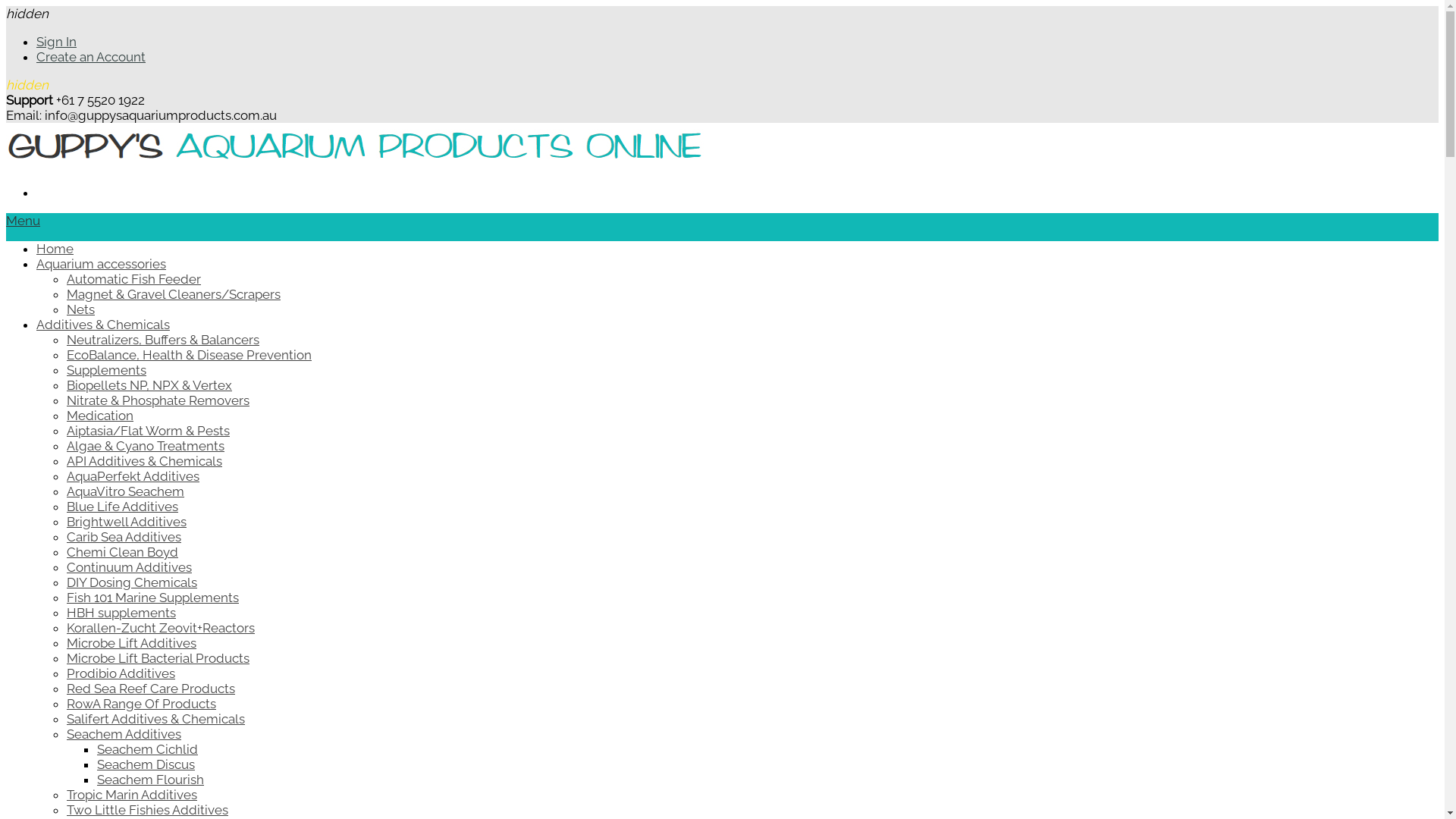 The width and height of the screenshot is (1456, 819). What do you see at coordinates (133, 475) in the screenshot?
I see `'AquaPerfekt Additives'` at bounding box center [133, 475].